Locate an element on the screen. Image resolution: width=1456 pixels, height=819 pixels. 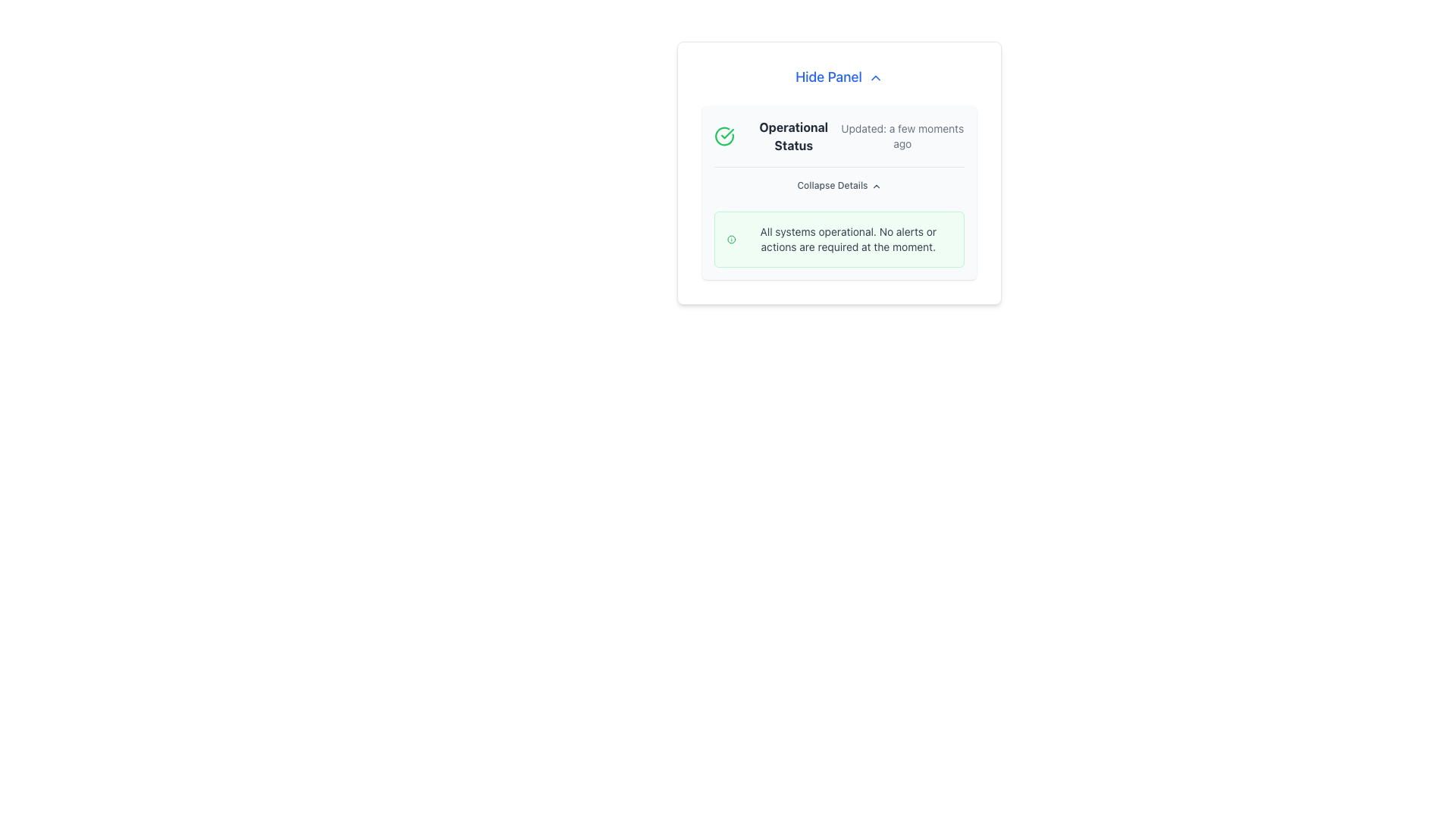
the text label indicating operational status, which is styled in small-sized gray text within a green-bordered rectangular box is located at coordinates (847, 239).